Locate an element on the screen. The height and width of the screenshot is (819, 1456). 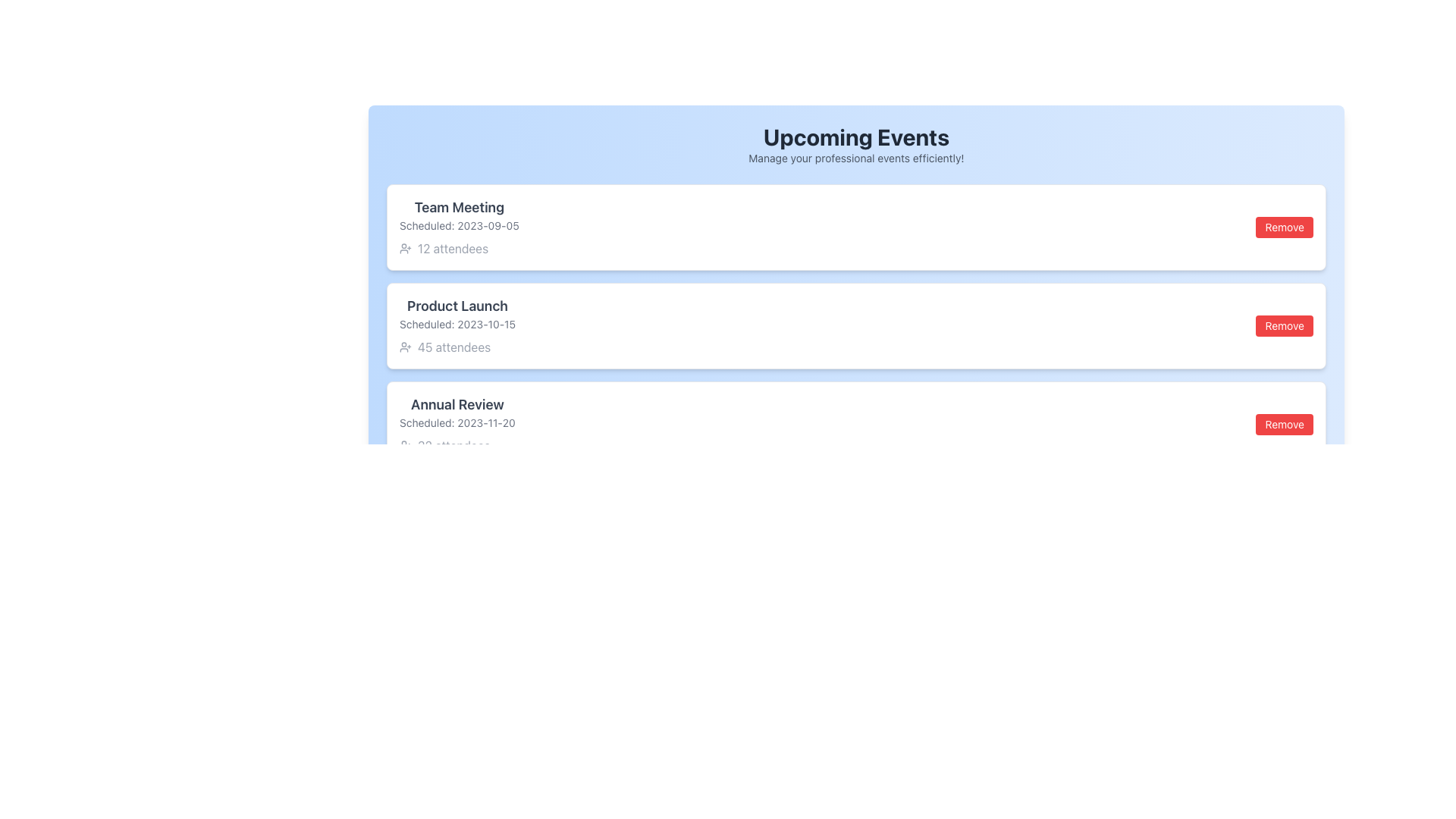
the text displaying '12 attendees' located in the first event card titled 'Team Meeting', which is positioned centrally below the title and date information is located at coordinates (452, 247).